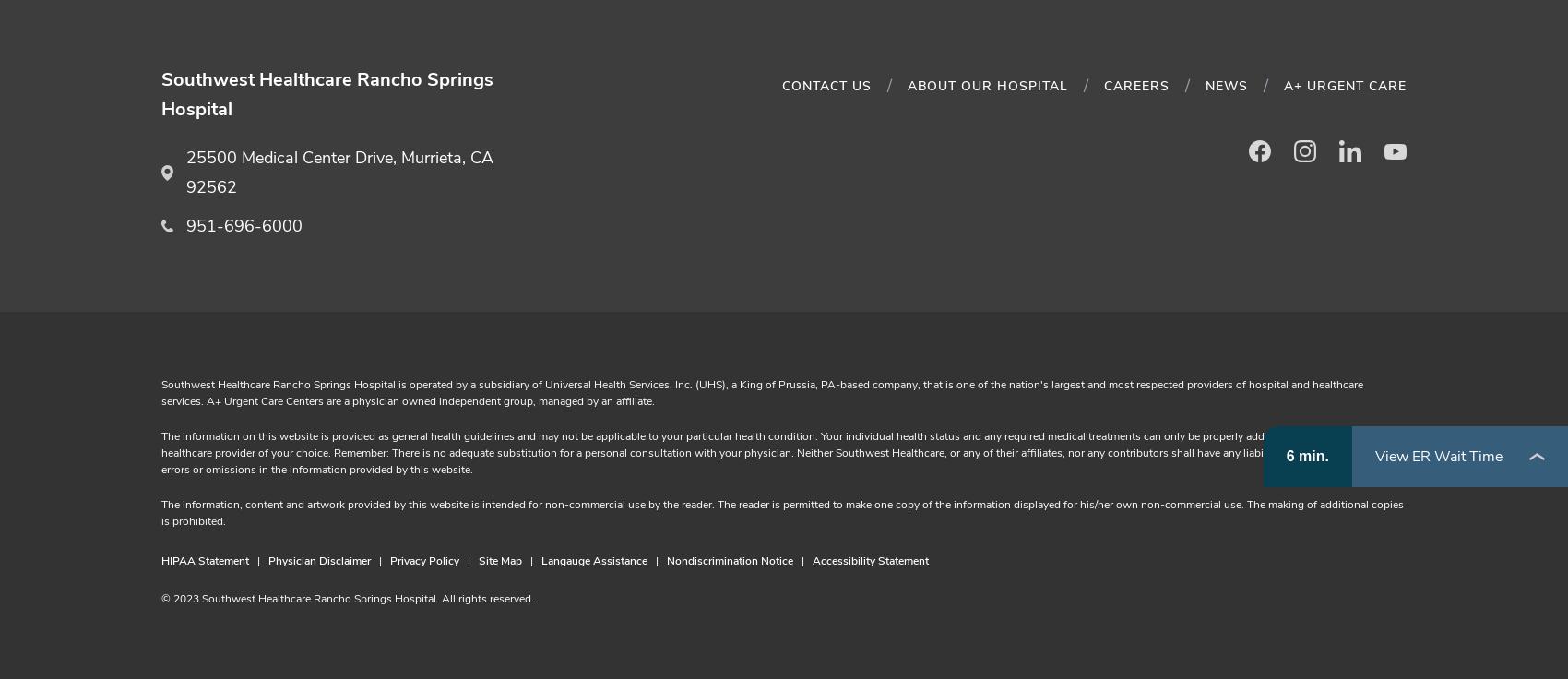  Describe the element at coordinates (268, 561) in the screenshot. I see `'Physician Disclaimer'` at that location.